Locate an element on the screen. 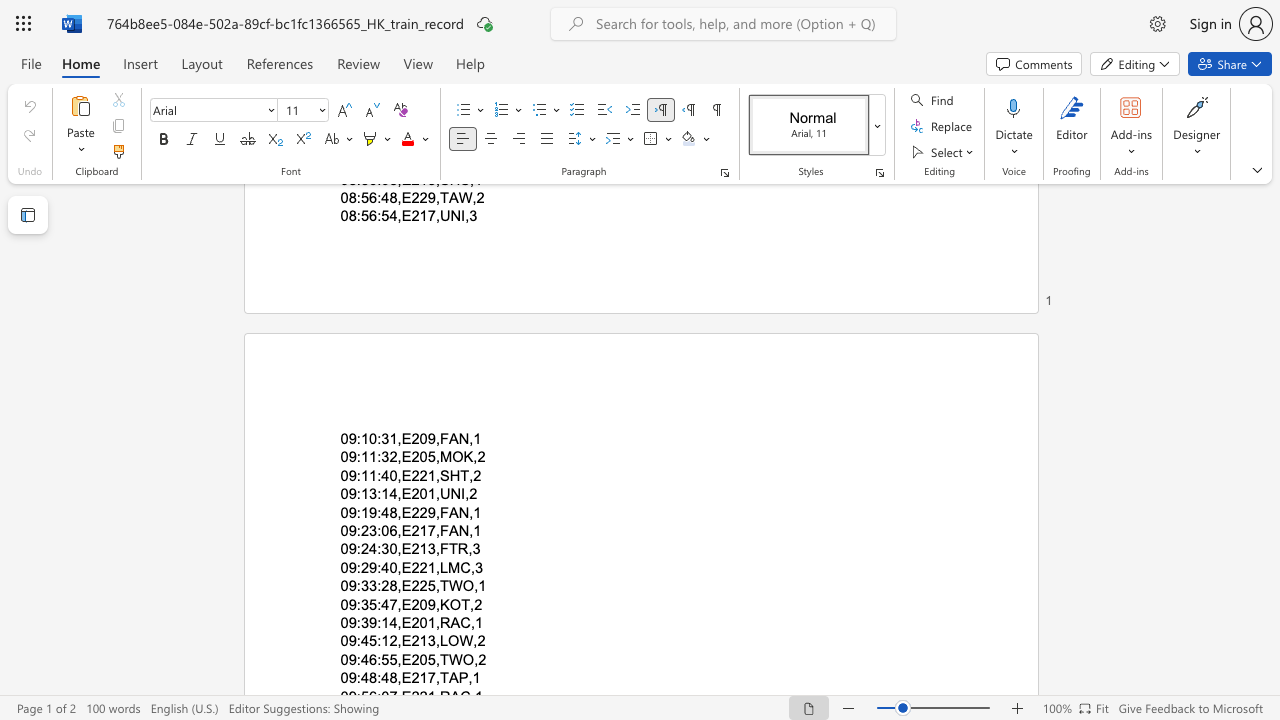 This screenshot has height=720, width=1280. the subset text "2,E205,MOK,2" within the text "09:11:32,E205,MOK,2" is located at coordinates (389, 457).